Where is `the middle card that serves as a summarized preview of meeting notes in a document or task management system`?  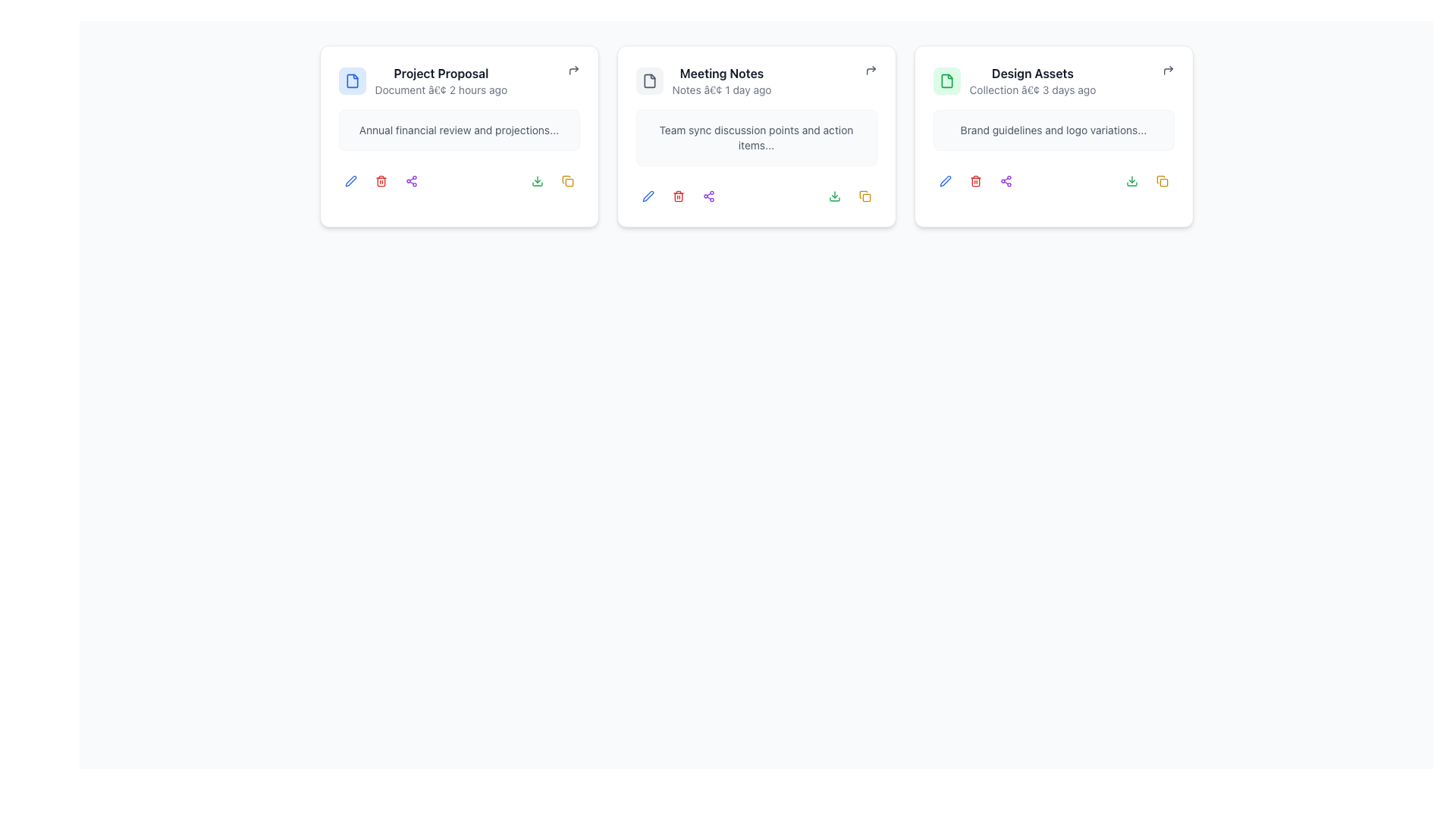
the middle card that serves as a summarized preview of meeting notes in a document or task management system is located at coordinates (756, 136).